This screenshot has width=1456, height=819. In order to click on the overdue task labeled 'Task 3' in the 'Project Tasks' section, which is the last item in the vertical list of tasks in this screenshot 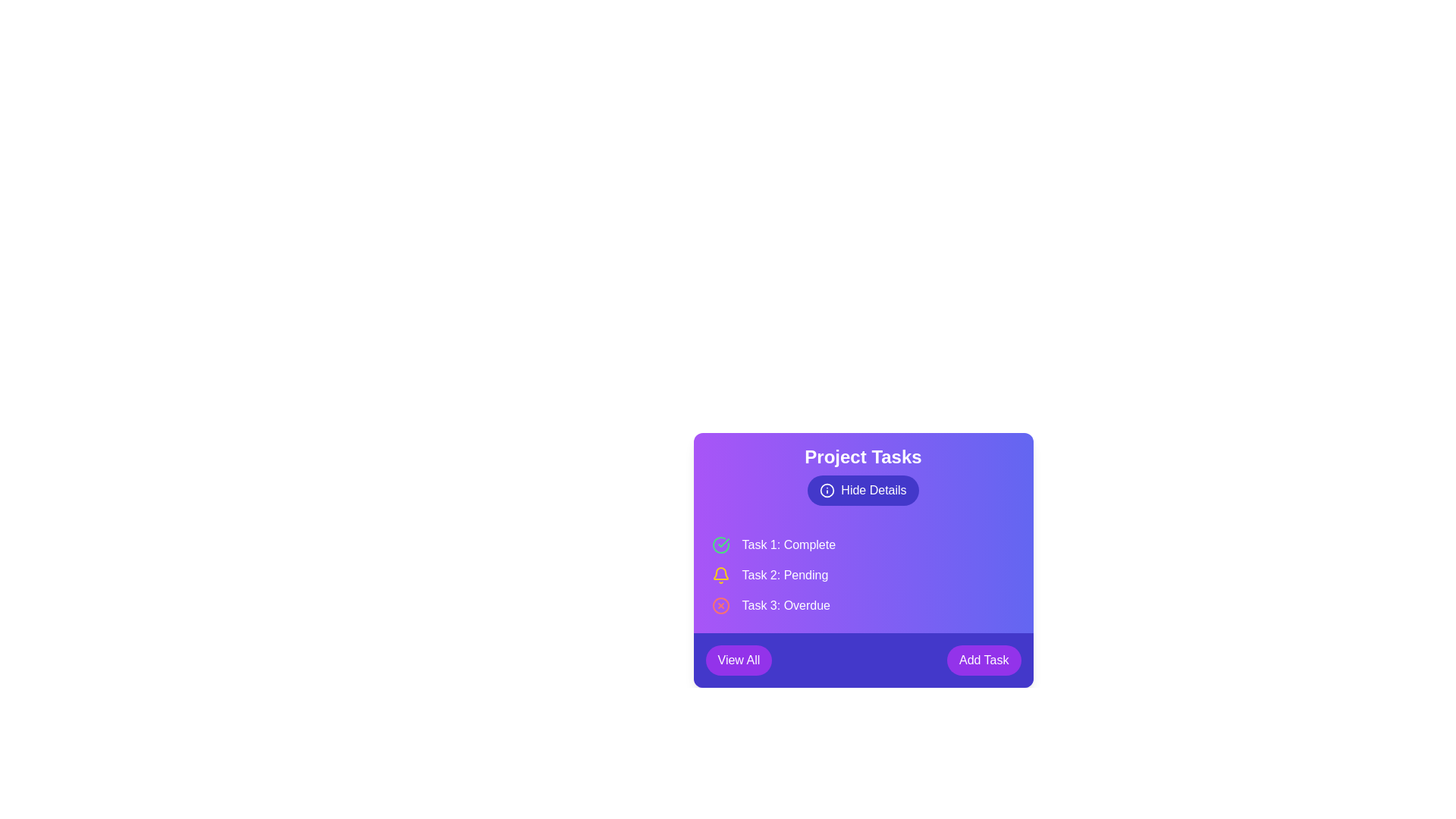, I will do `click(863, 604)`.